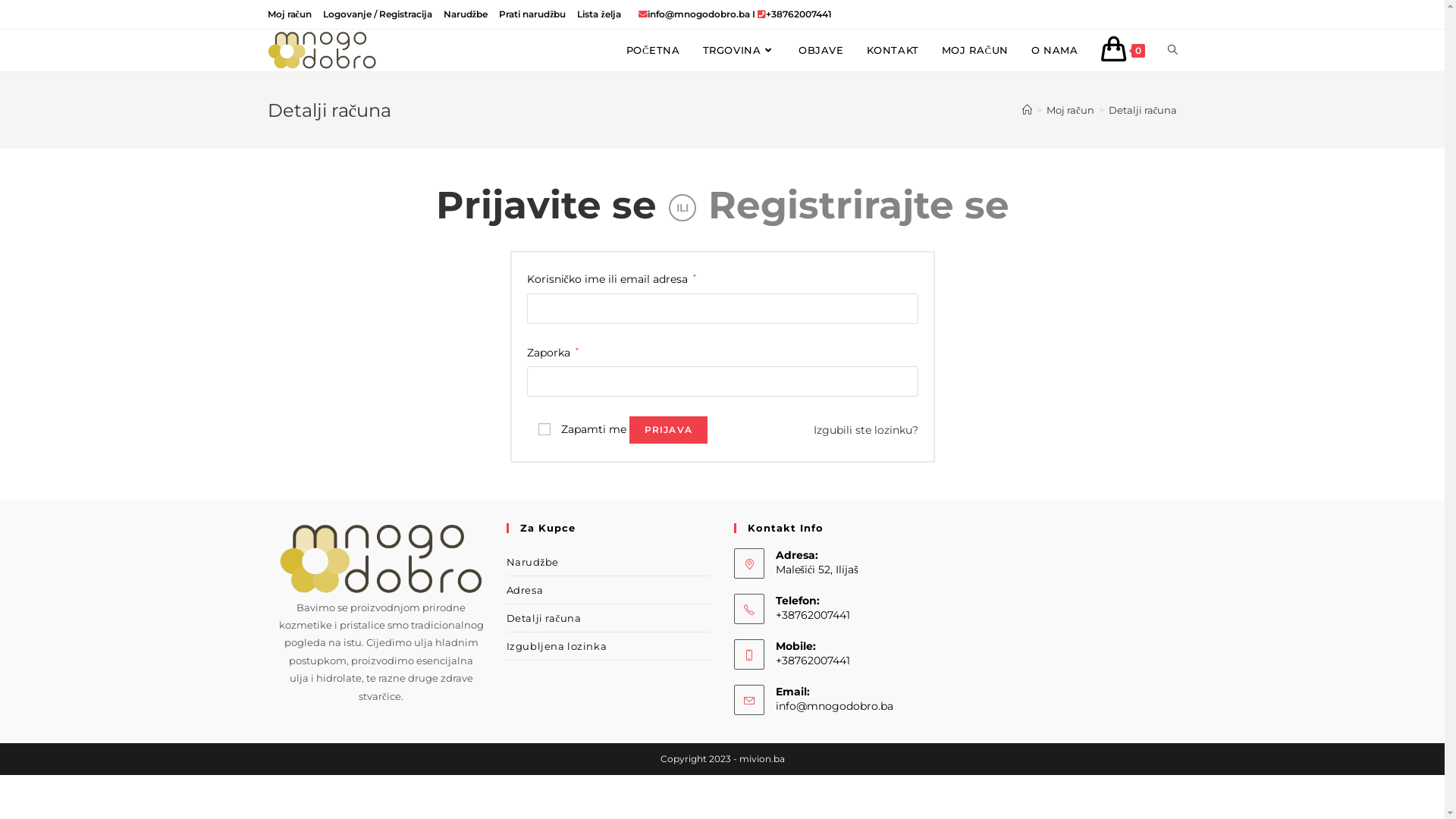 This screenshot has height=819, width=1456. I want to click on 'O NAMA', so click(1054, 49).